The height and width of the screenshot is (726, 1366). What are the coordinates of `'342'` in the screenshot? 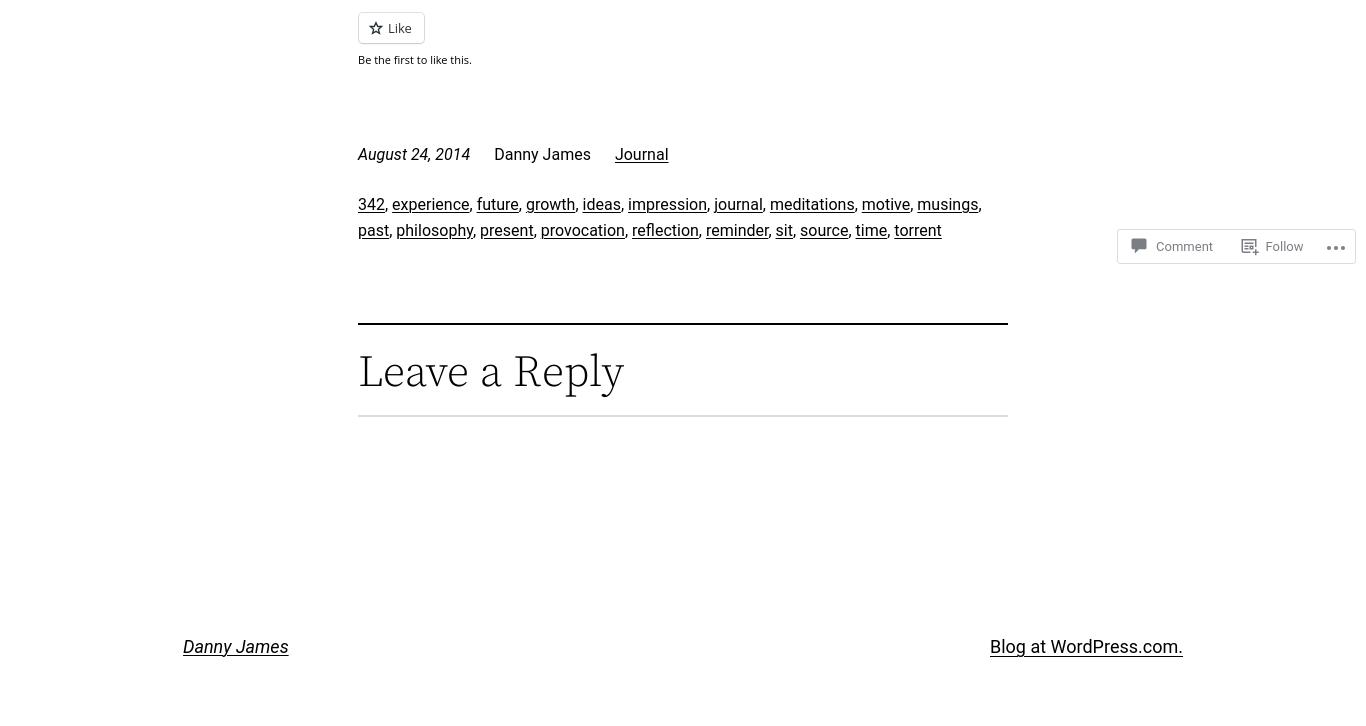 It's located at (370, 203).